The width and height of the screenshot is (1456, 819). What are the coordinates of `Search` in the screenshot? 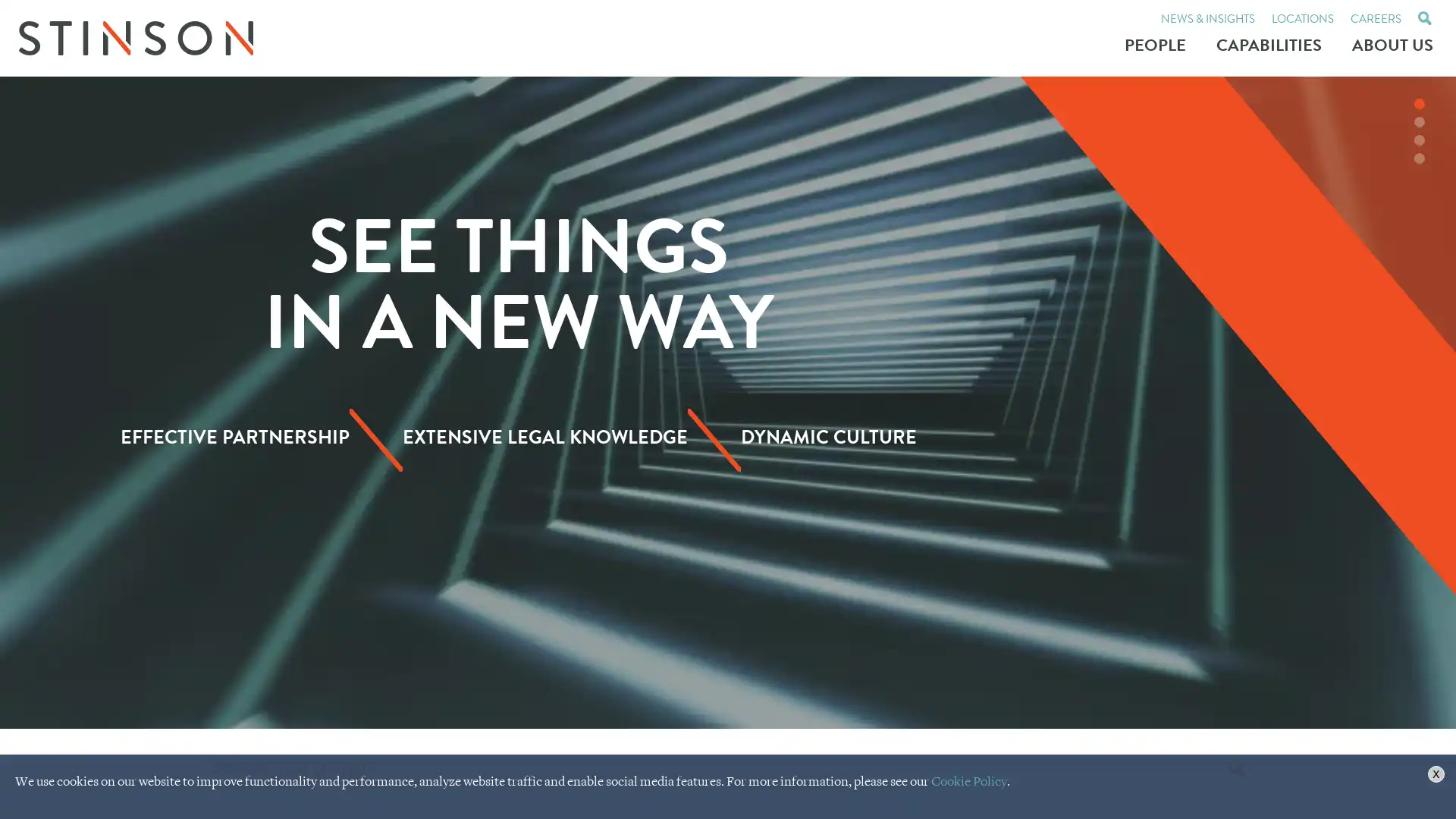 It's located at (1236, 769).